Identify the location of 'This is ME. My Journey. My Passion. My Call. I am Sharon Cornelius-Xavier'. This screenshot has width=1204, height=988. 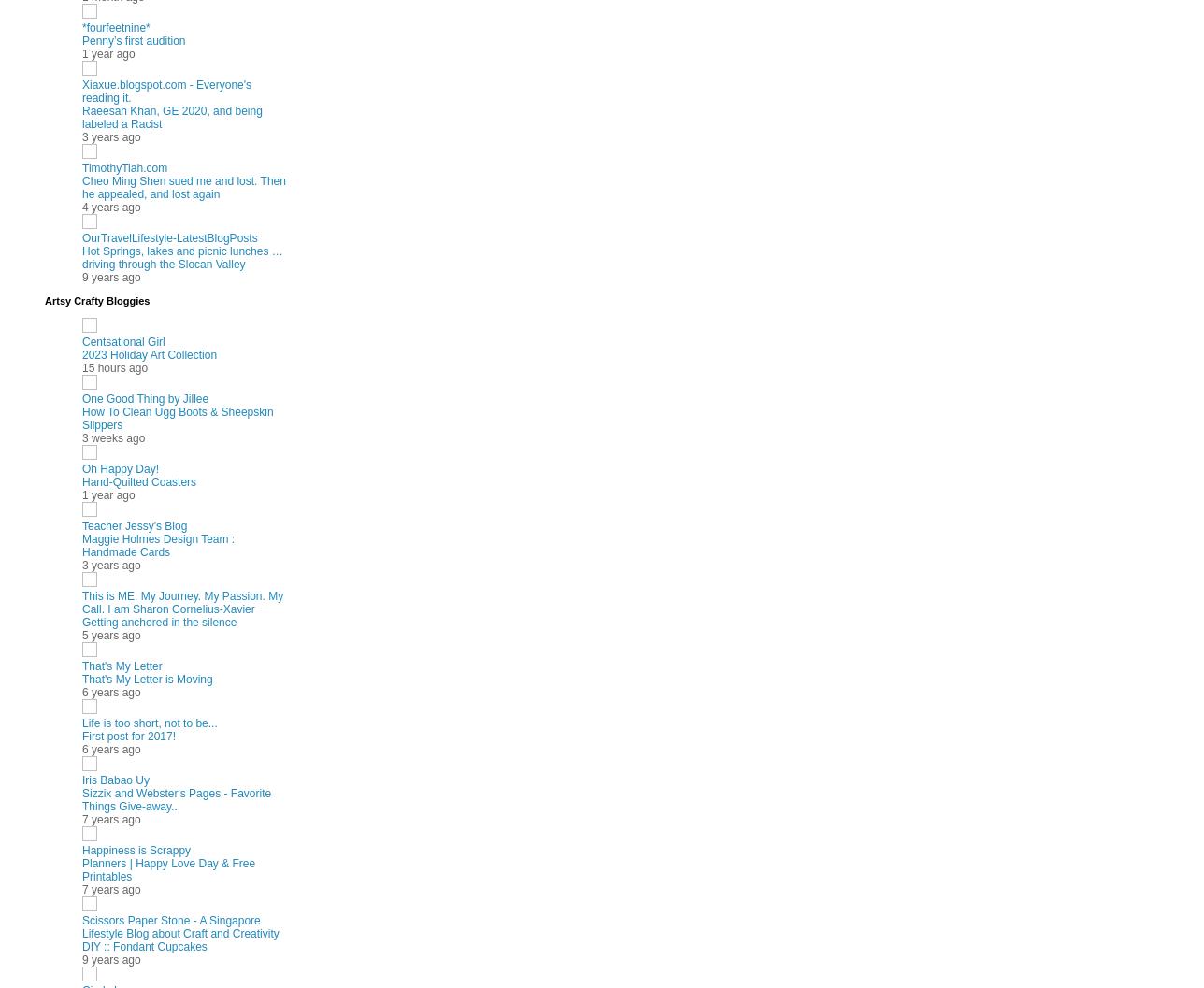
(182, 602).